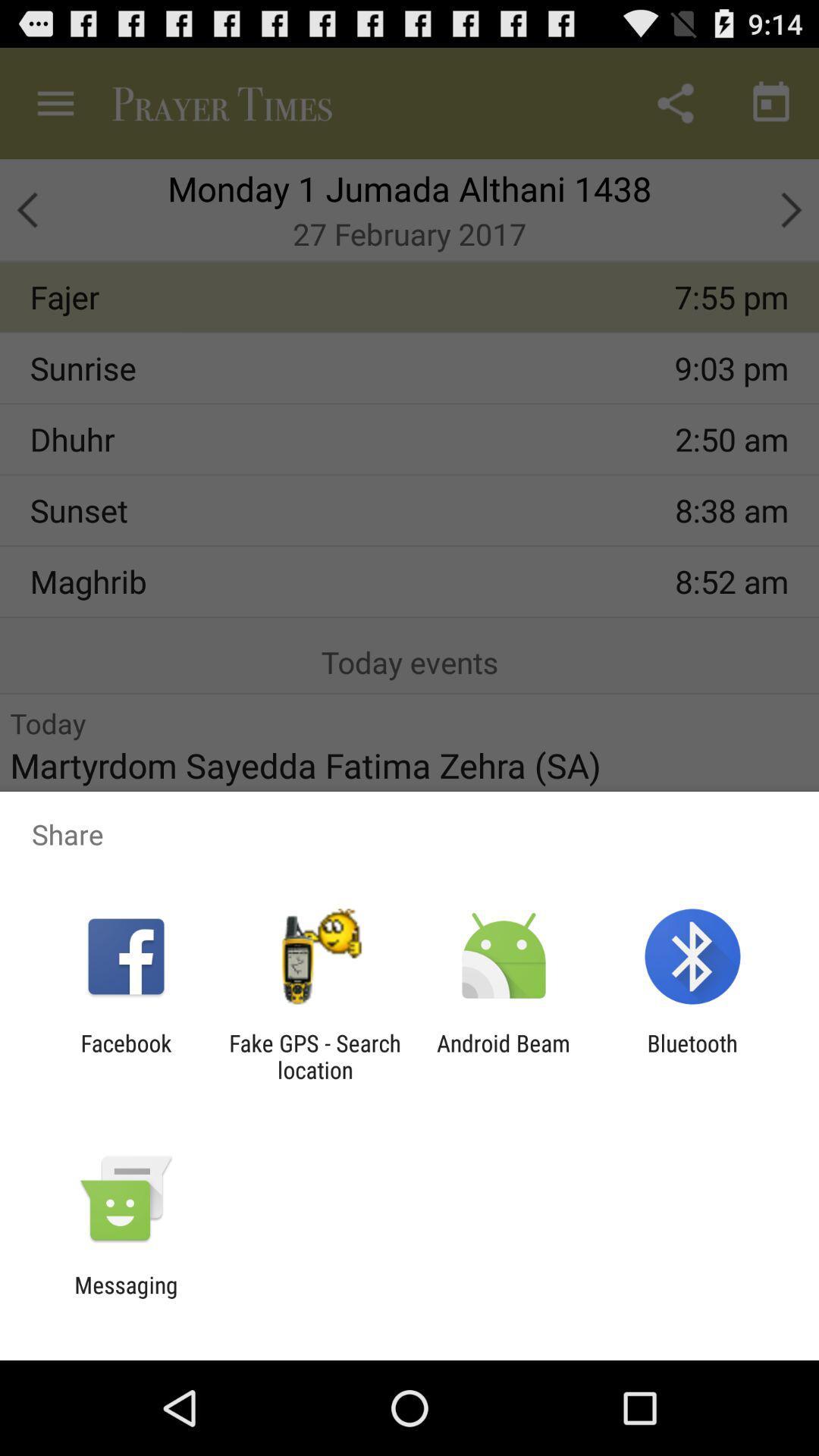  I want to click on the messaging, so click(125, 1298).